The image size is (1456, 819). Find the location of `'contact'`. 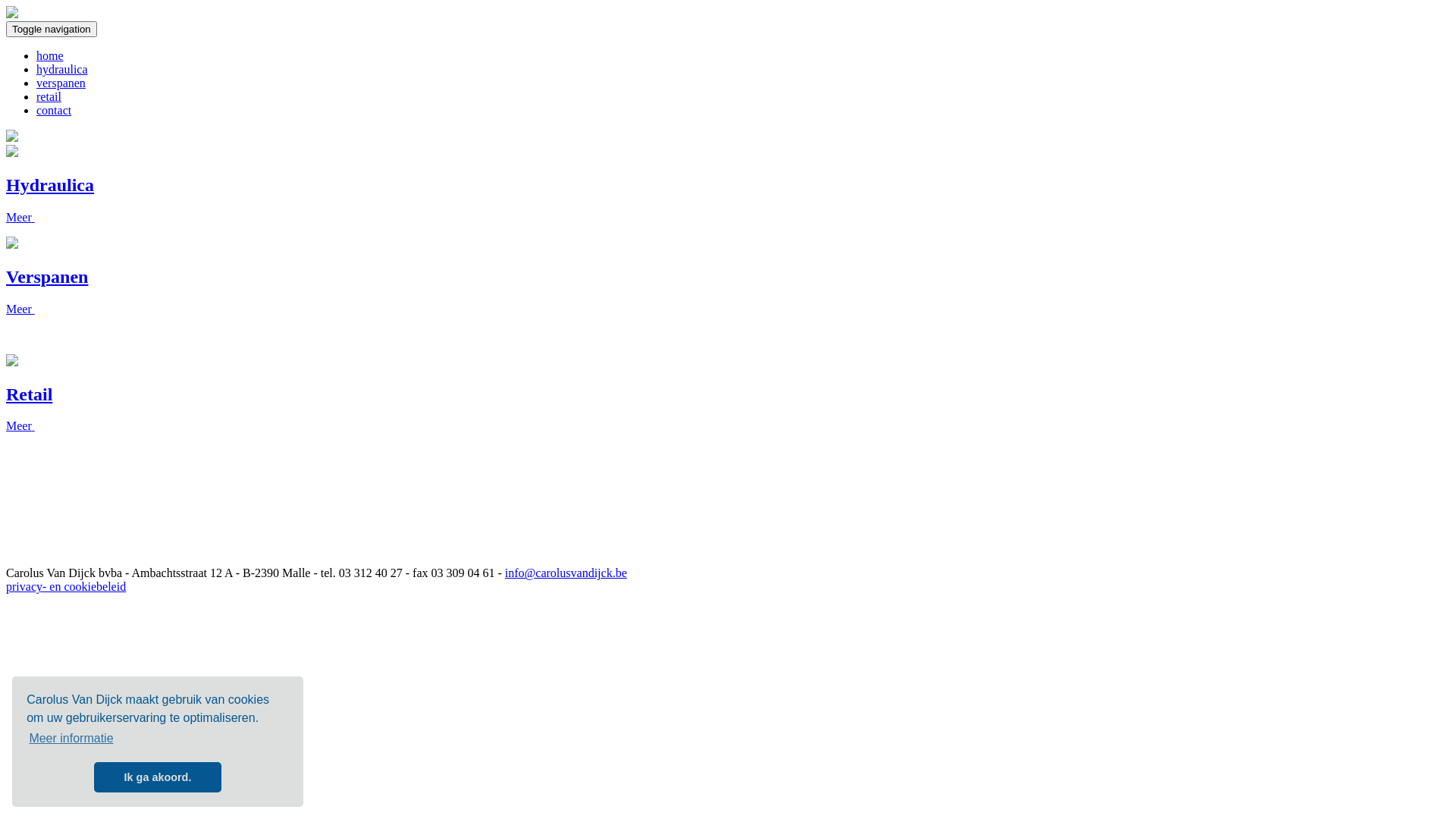

'contact' is located at coordinates (54, 109).